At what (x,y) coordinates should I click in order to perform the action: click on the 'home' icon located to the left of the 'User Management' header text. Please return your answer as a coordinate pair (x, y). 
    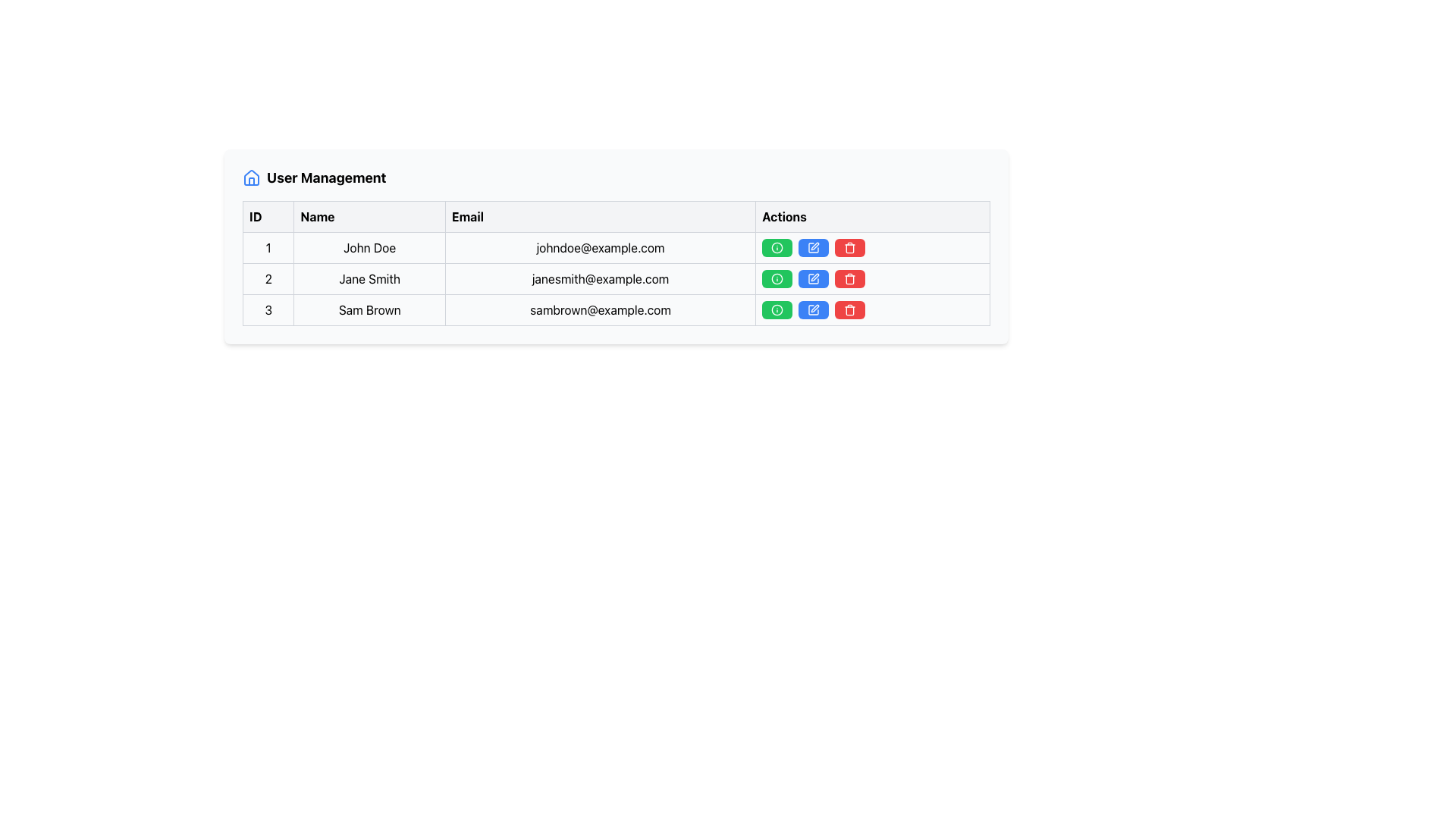
    Looking at the image, I should click on (251, 177).